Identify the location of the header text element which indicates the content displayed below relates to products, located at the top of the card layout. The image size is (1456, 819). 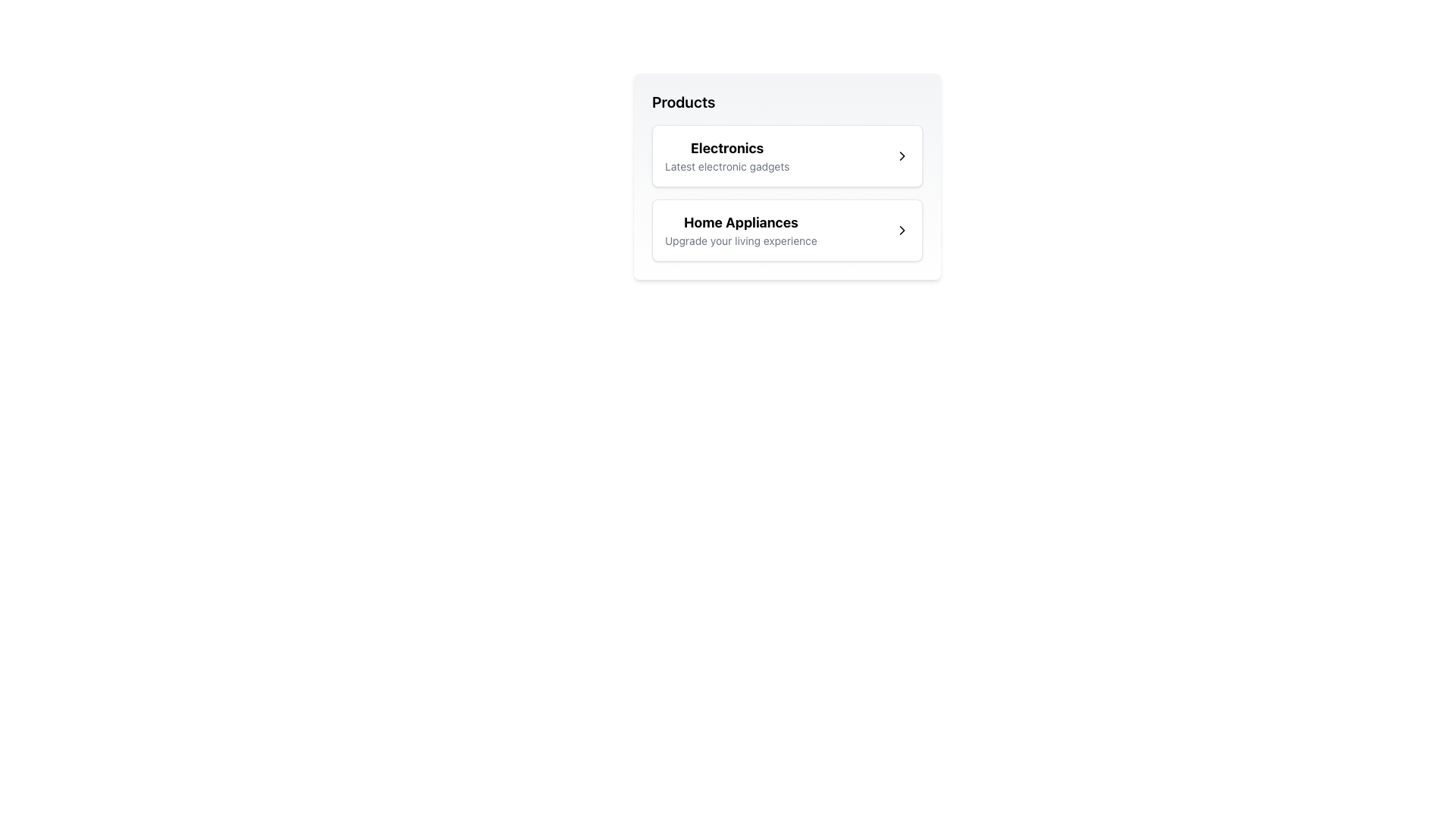
(682, 102).